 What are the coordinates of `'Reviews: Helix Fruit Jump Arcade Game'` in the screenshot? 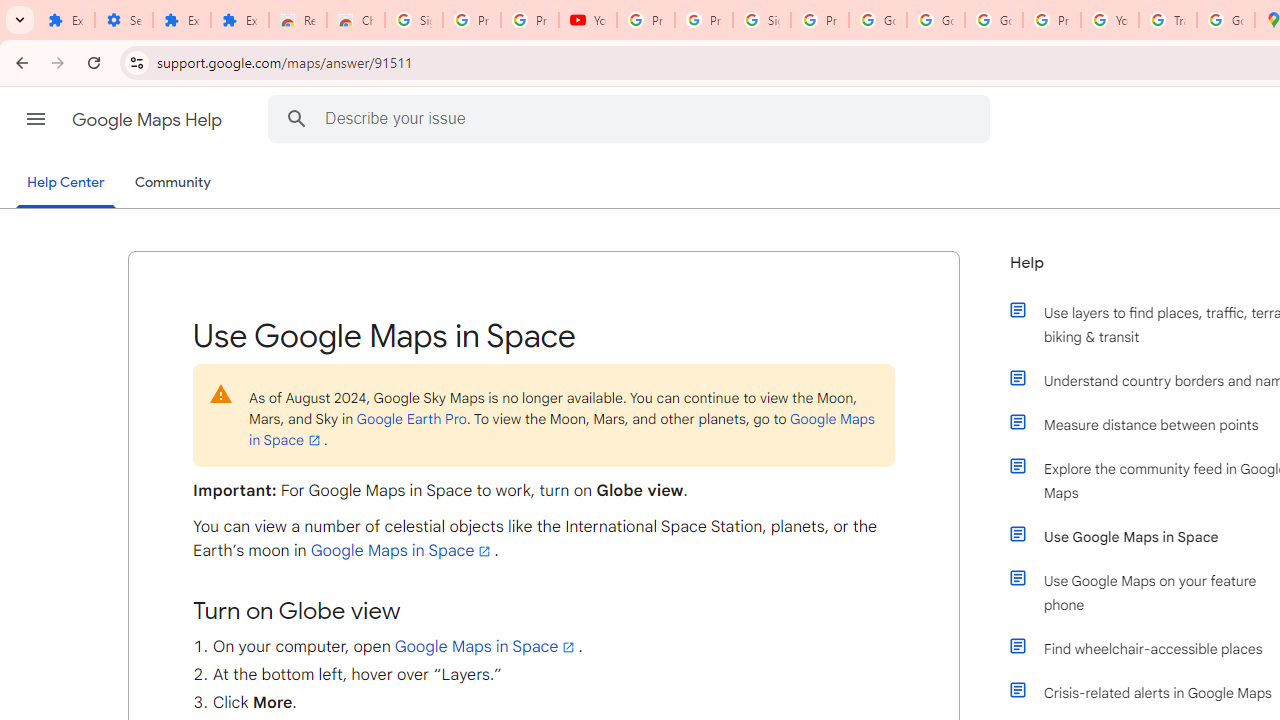 It's located at (296, 20).